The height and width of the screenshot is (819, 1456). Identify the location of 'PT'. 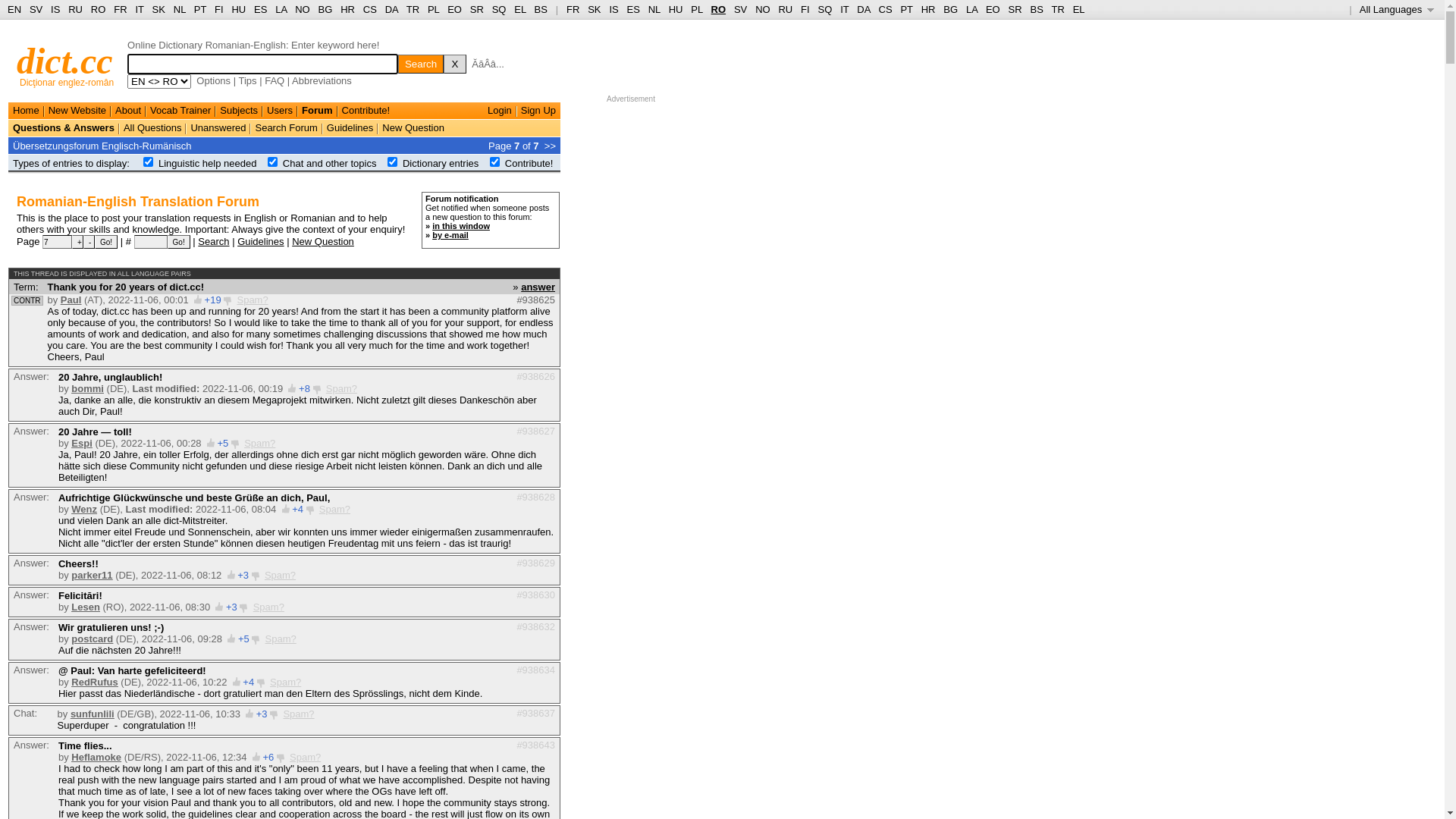
(199, 9).